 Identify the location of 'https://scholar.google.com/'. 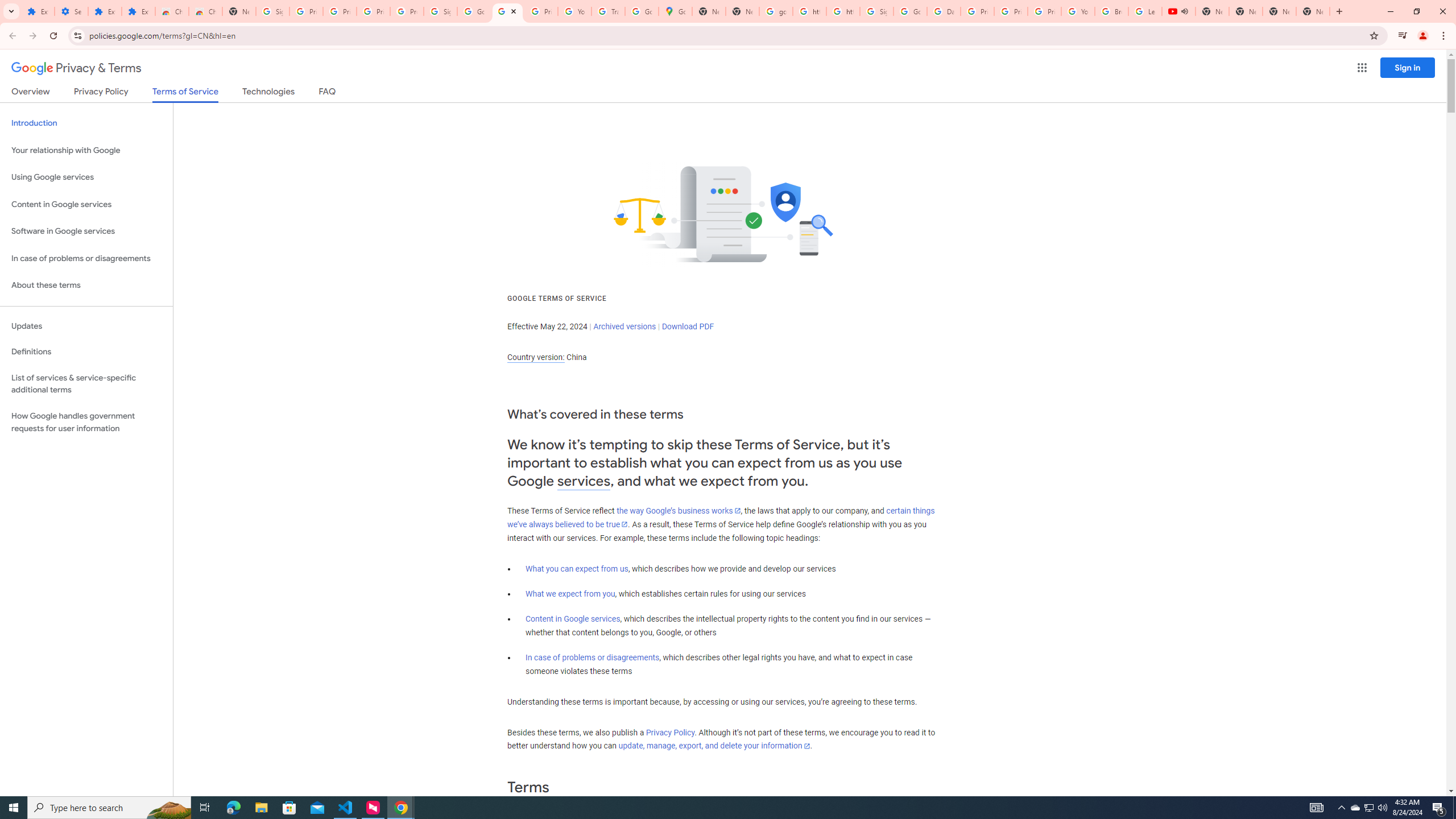
(809, 11).